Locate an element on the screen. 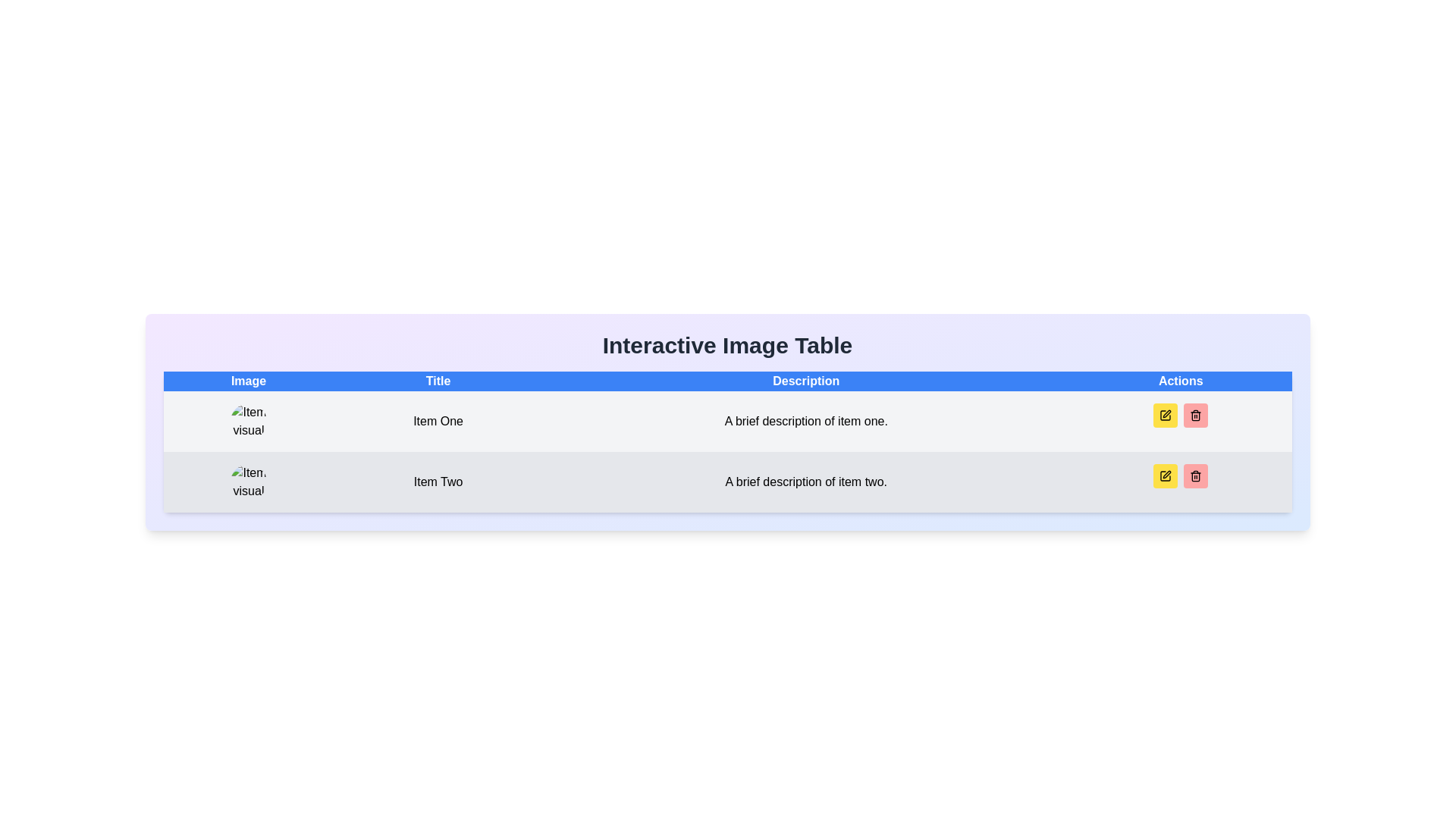 The width and height of the screenshot is (1456, 819). the 'Image' text label, which is displayed in white, bold font on a blue background and is the first element in a row of labels is located at coordinates (248, 380).